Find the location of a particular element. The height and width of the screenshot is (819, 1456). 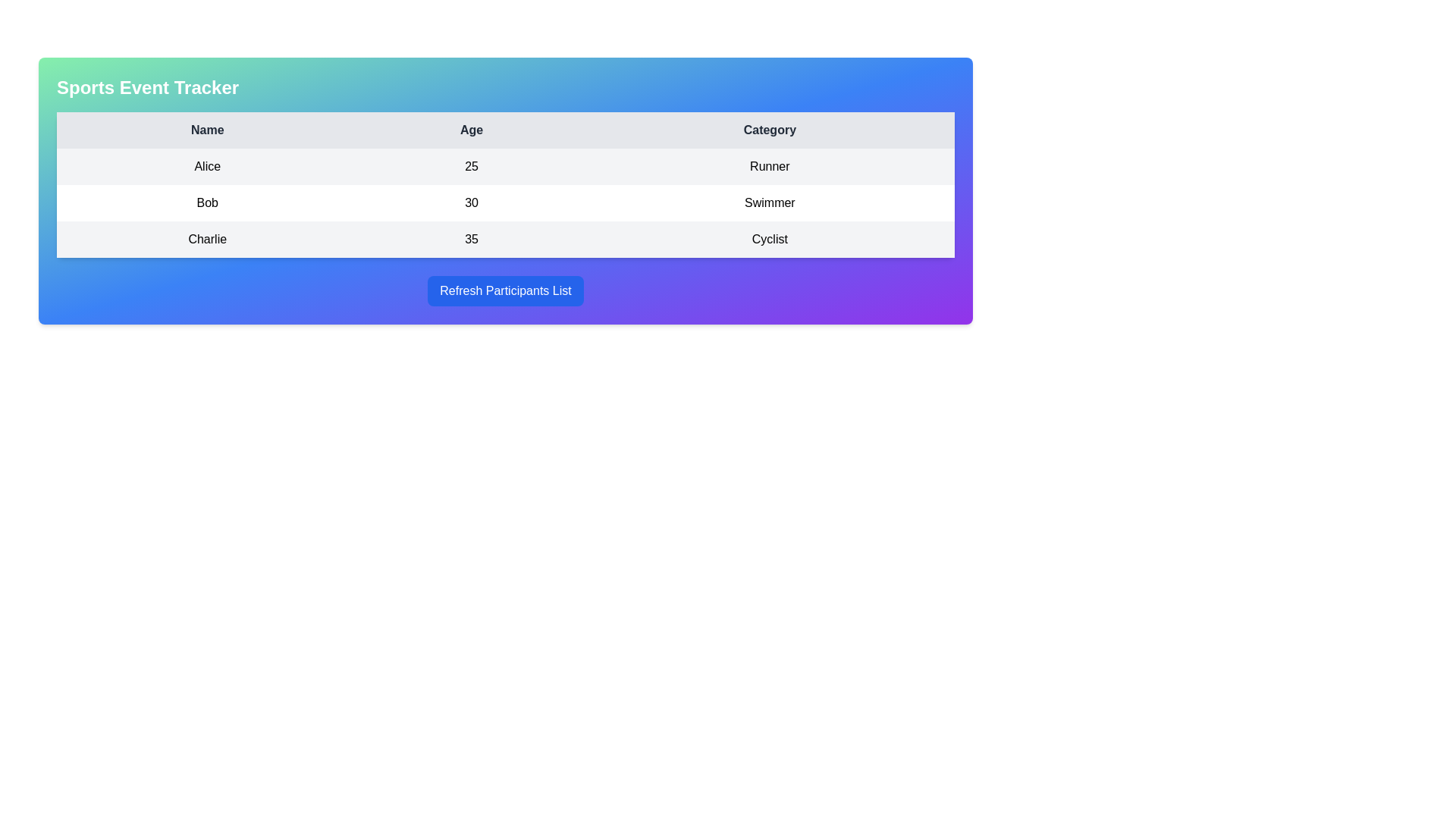

the label representing the category descriptor for participant 'Alice' in the sports event tracking table, located in the third column of the first row, adjacent to the 'Age' column is located at coordinates (770, 166).